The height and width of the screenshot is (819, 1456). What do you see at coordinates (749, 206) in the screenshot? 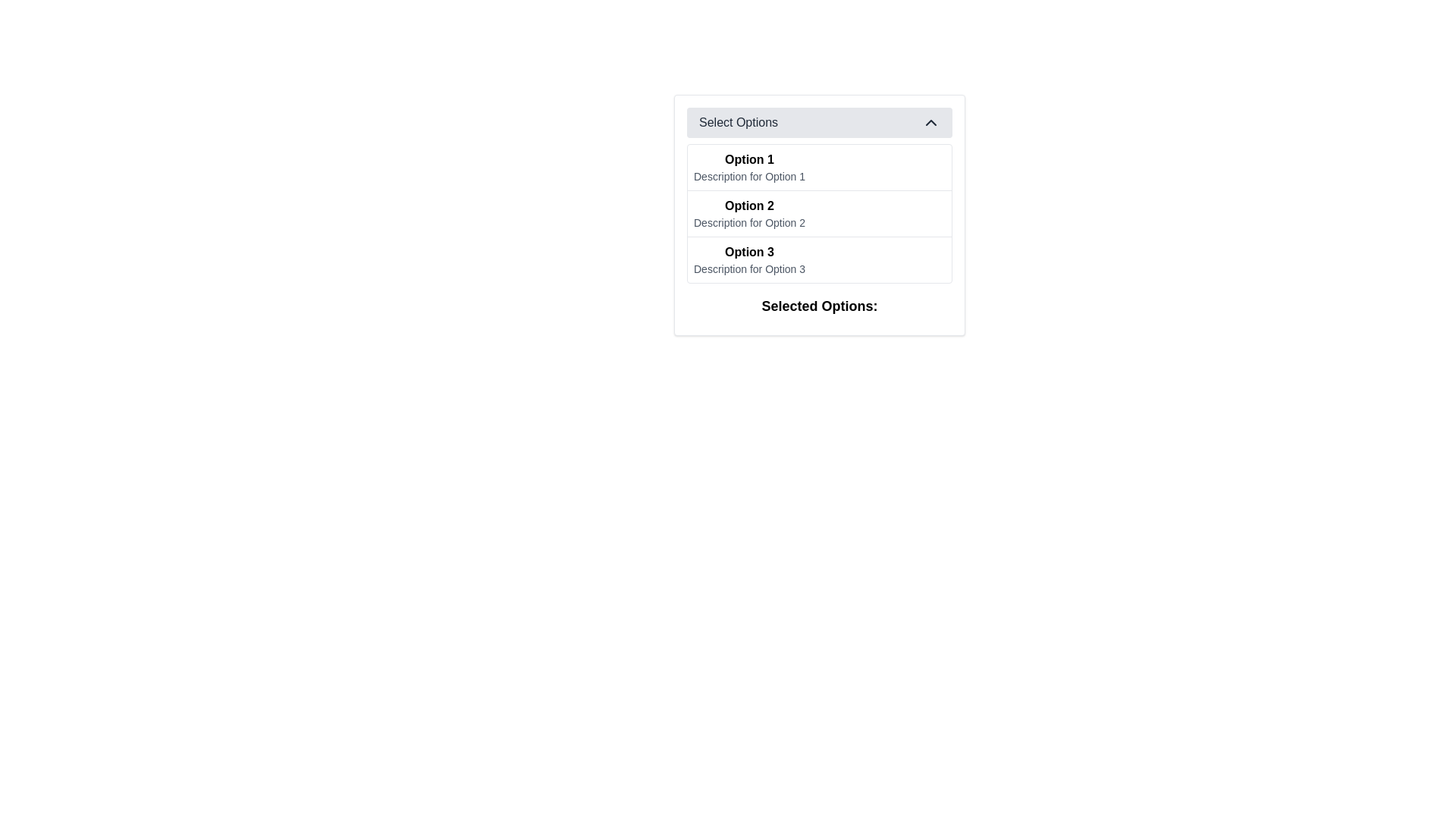
I see `the bold 'Option 2' text label` at bounding box center [749, 206].